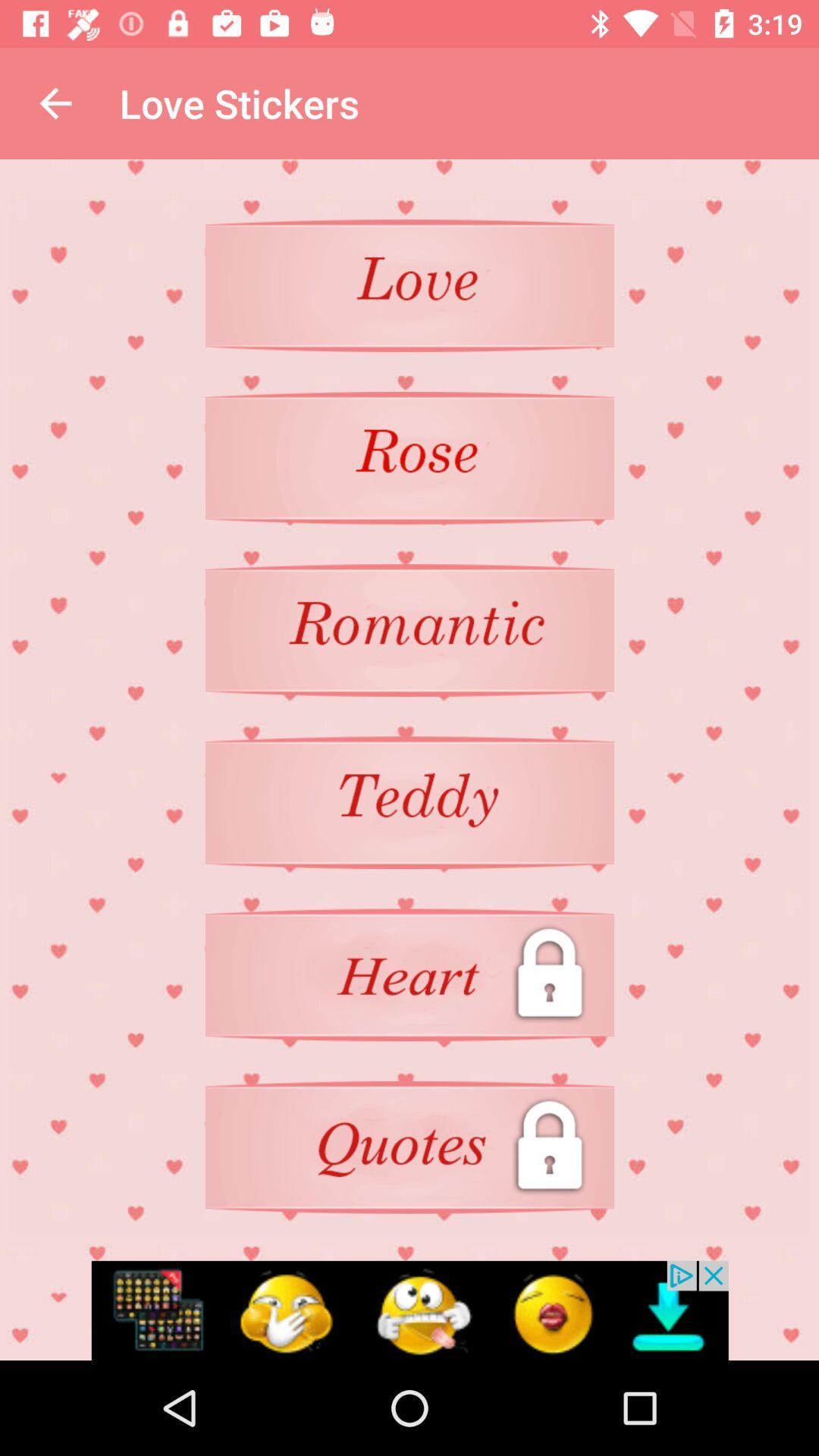 Image resolution: width=819 pixels, height=1456 pixels. I want to click on explore the advertisement, so click(409, 1310).